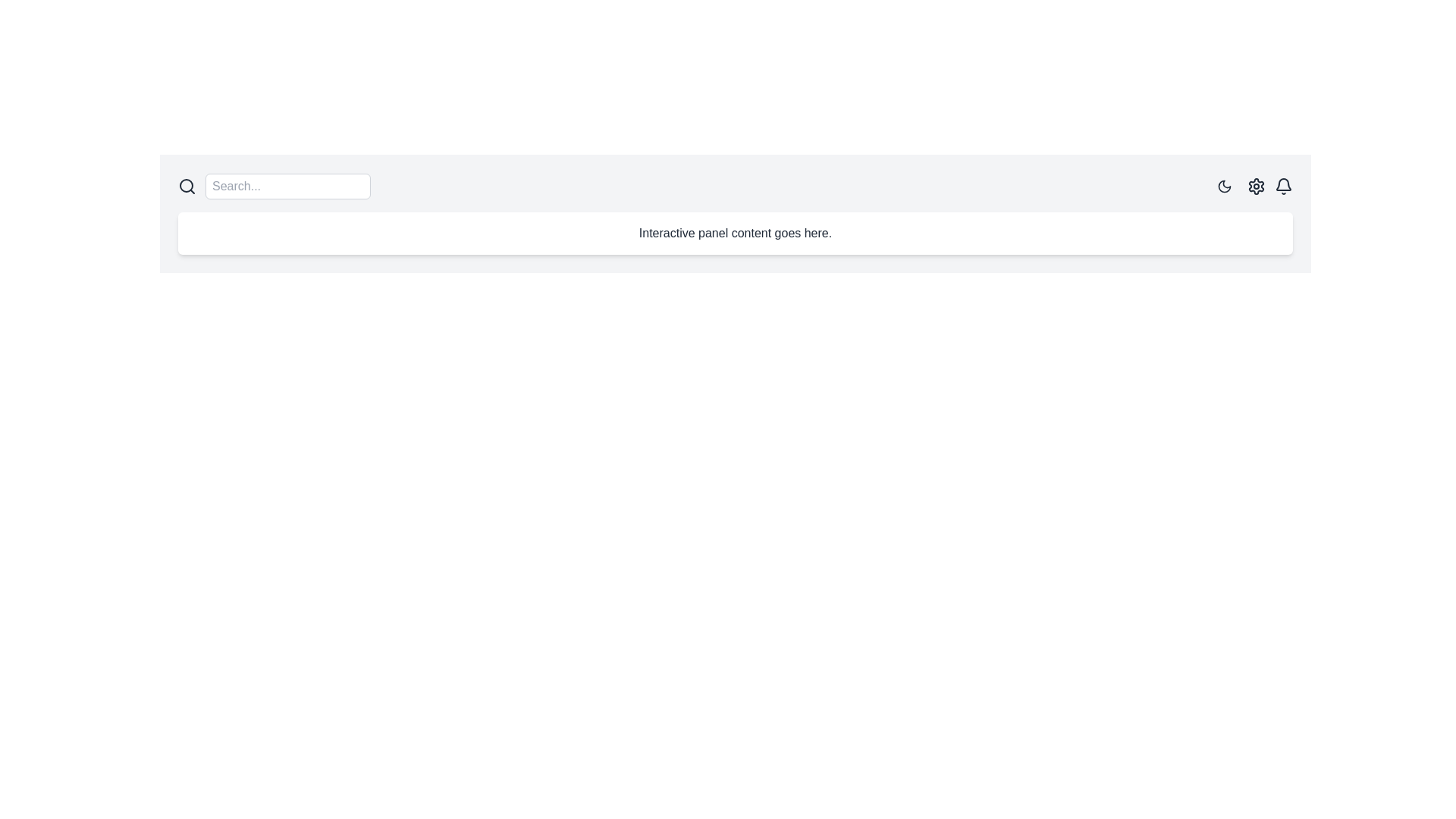 The height and width of the screenshot is (819, 1456). Describe the element at coordinates (185, 185) in the screenshot. I see `the central SVG circle element representing the magnifying lens in the search icon, which is part of the search interface's design` at that location.